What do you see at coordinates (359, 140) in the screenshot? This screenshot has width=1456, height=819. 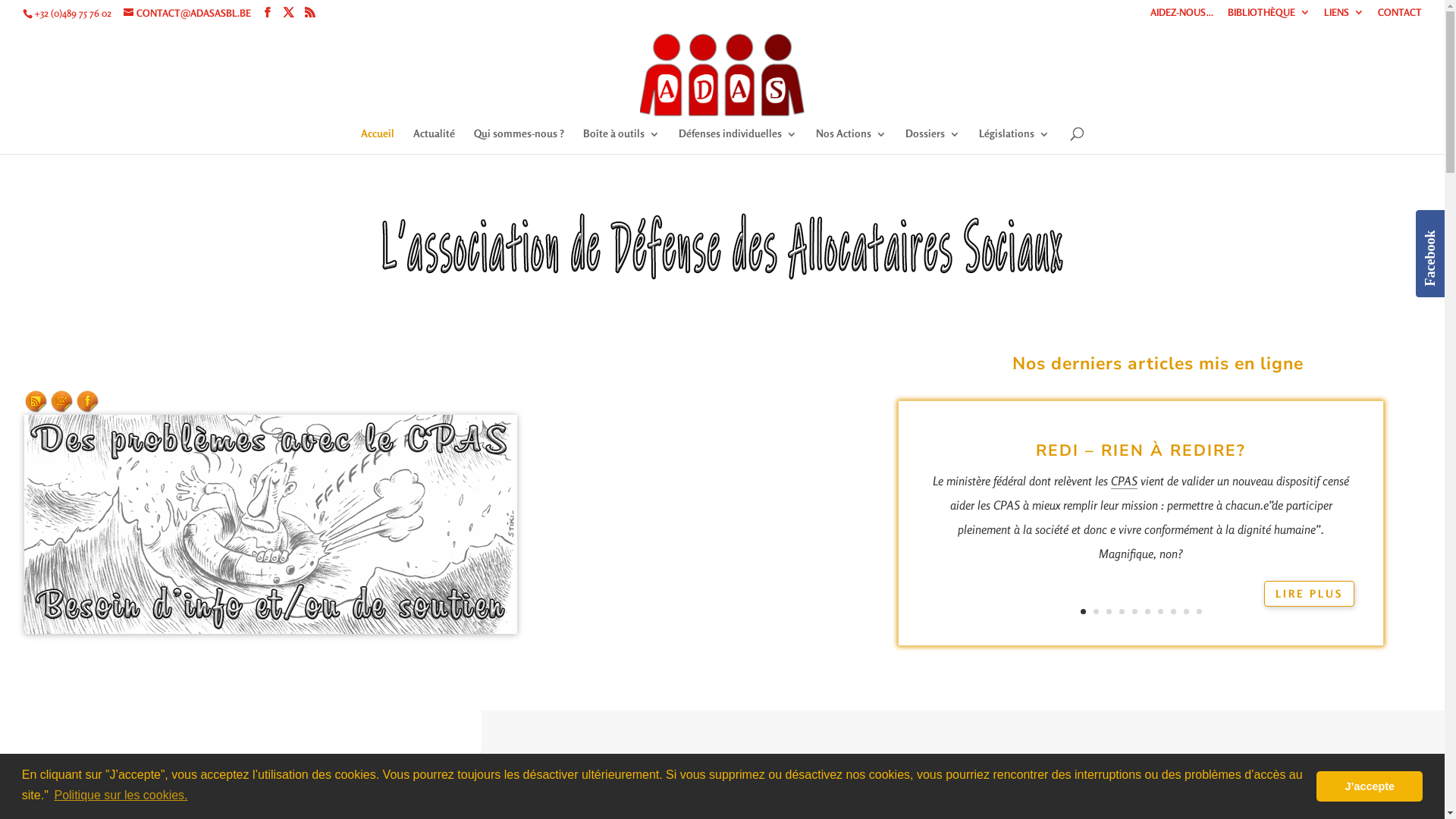 I see `'Accueil'` at bounding box center [359, 140].